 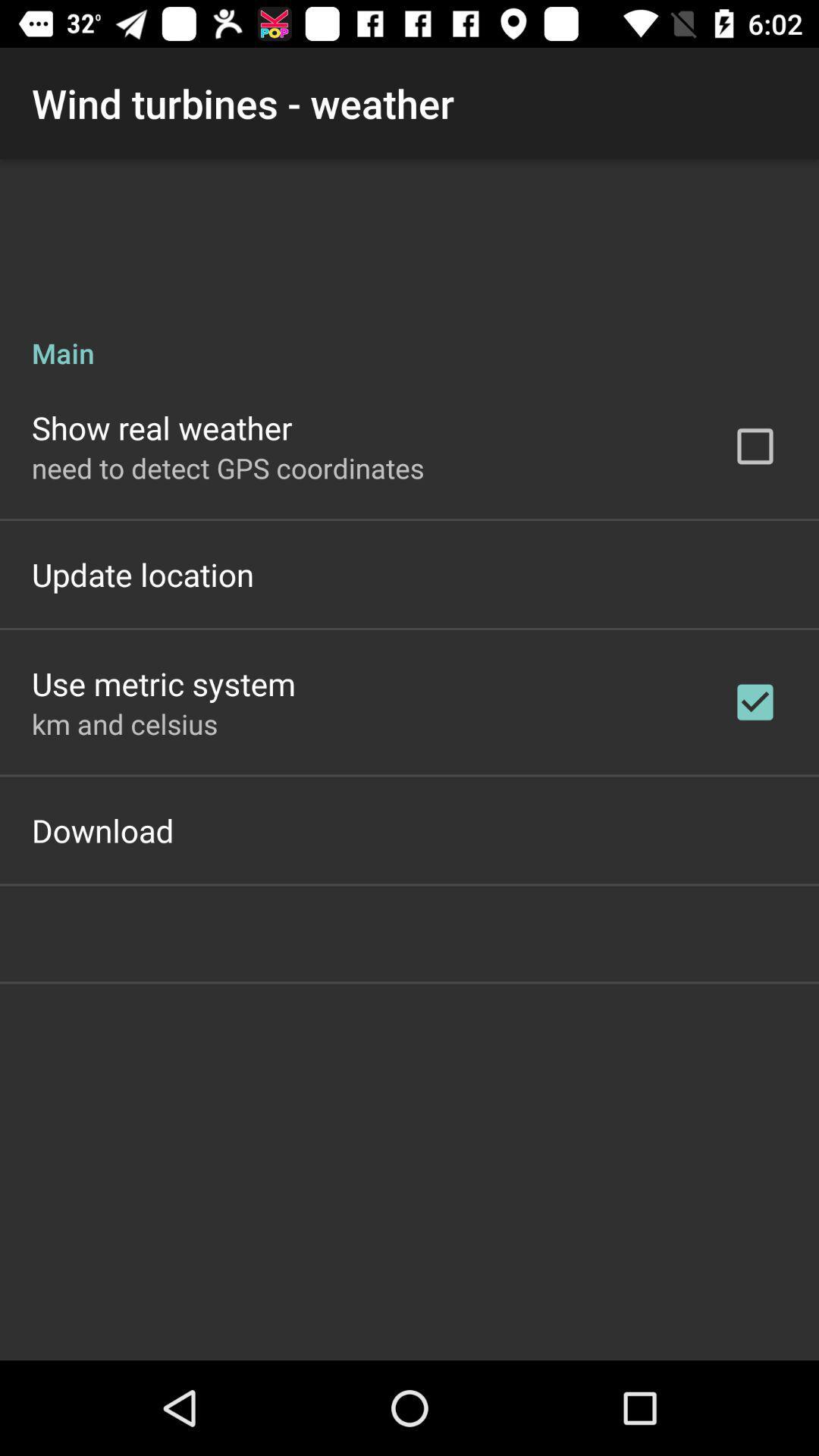 What do you see at coordinates (102, 829) in the screenshot?
I see `the download app` at bounding box center [102, 829].